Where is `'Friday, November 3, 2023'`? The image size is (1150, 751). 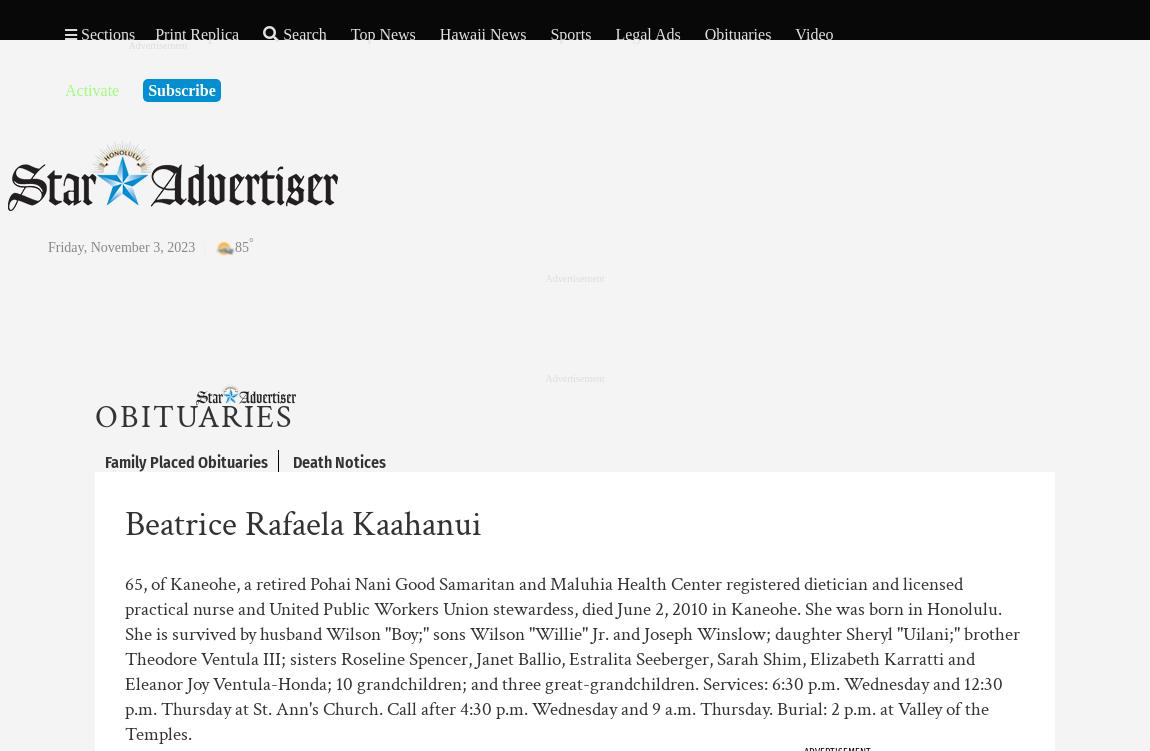
'Friday, November 3, 2023' is located at coordinates (120, 245).